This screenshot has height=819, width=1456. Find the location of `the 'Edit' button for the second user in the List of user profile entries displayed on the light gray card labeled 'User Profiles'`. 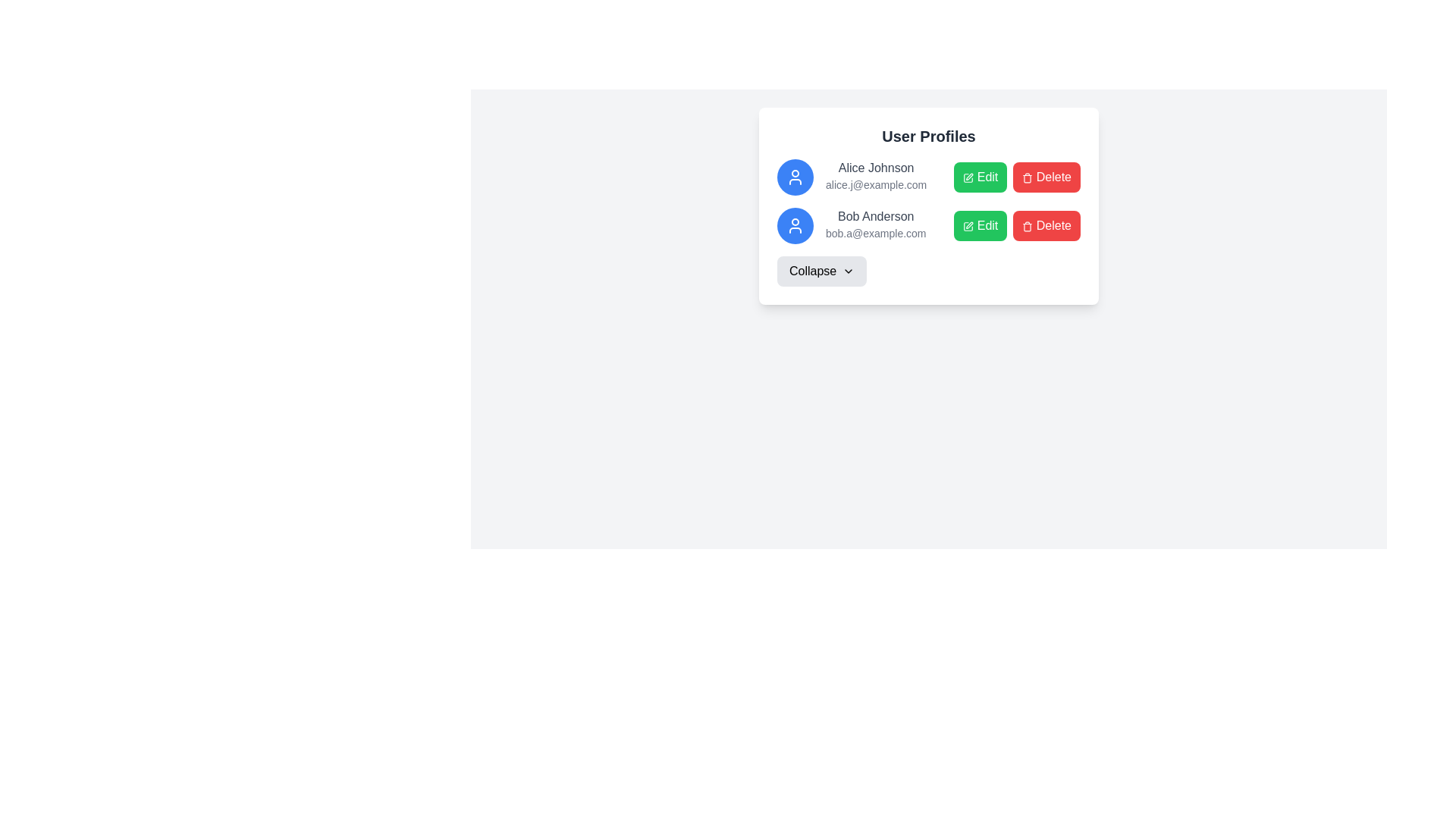

the 'Edit' button for the second user in the List of user profile entries displayed on the light gray card labeled 'User Profiles' is located at coordinates (927, 201).